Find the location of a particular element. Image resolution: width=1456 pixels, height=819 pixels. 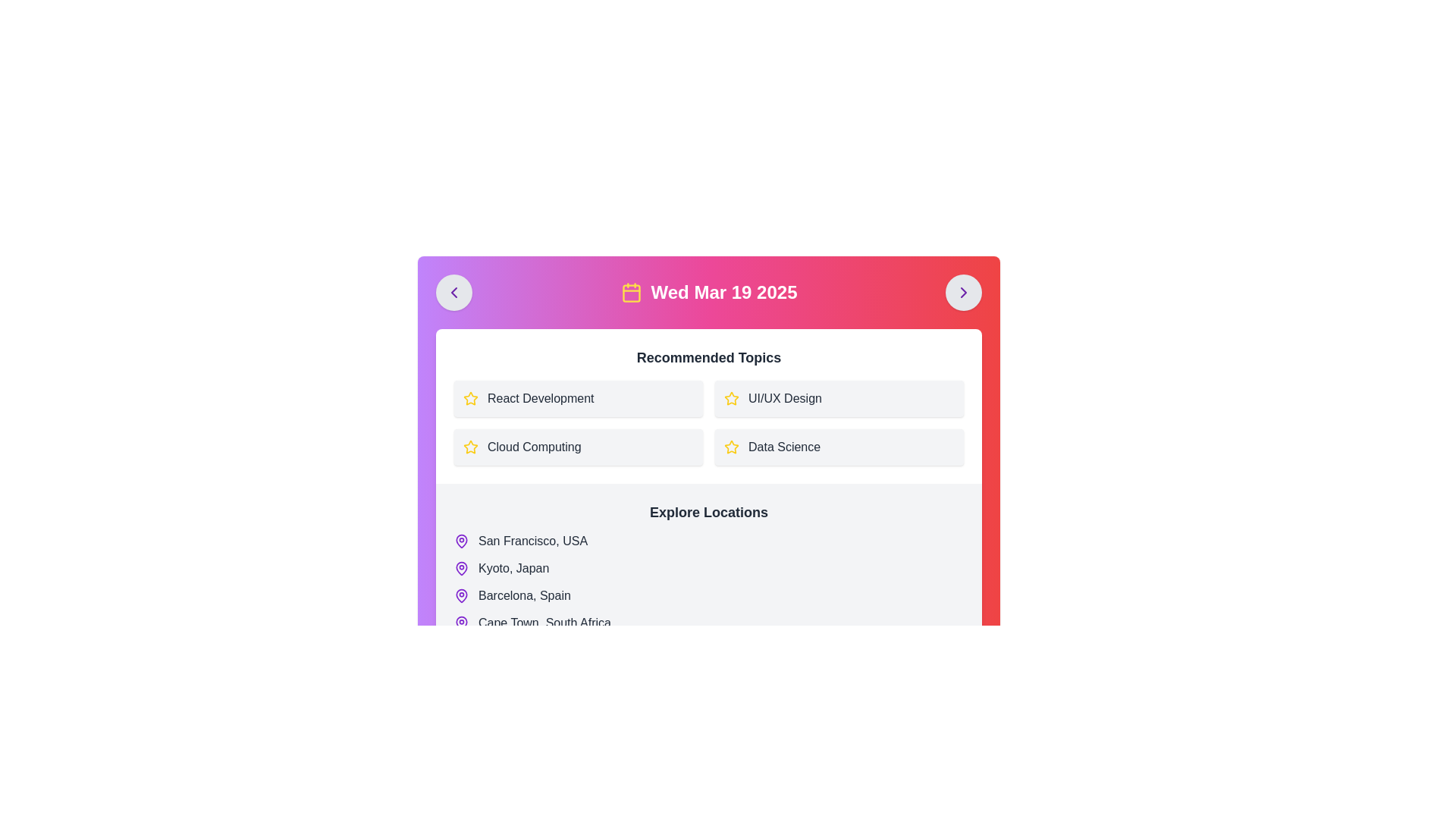

the circular gray button with a purple right-arrow icon located in the top-right corner of the interface is located at coordinates (963, 292).